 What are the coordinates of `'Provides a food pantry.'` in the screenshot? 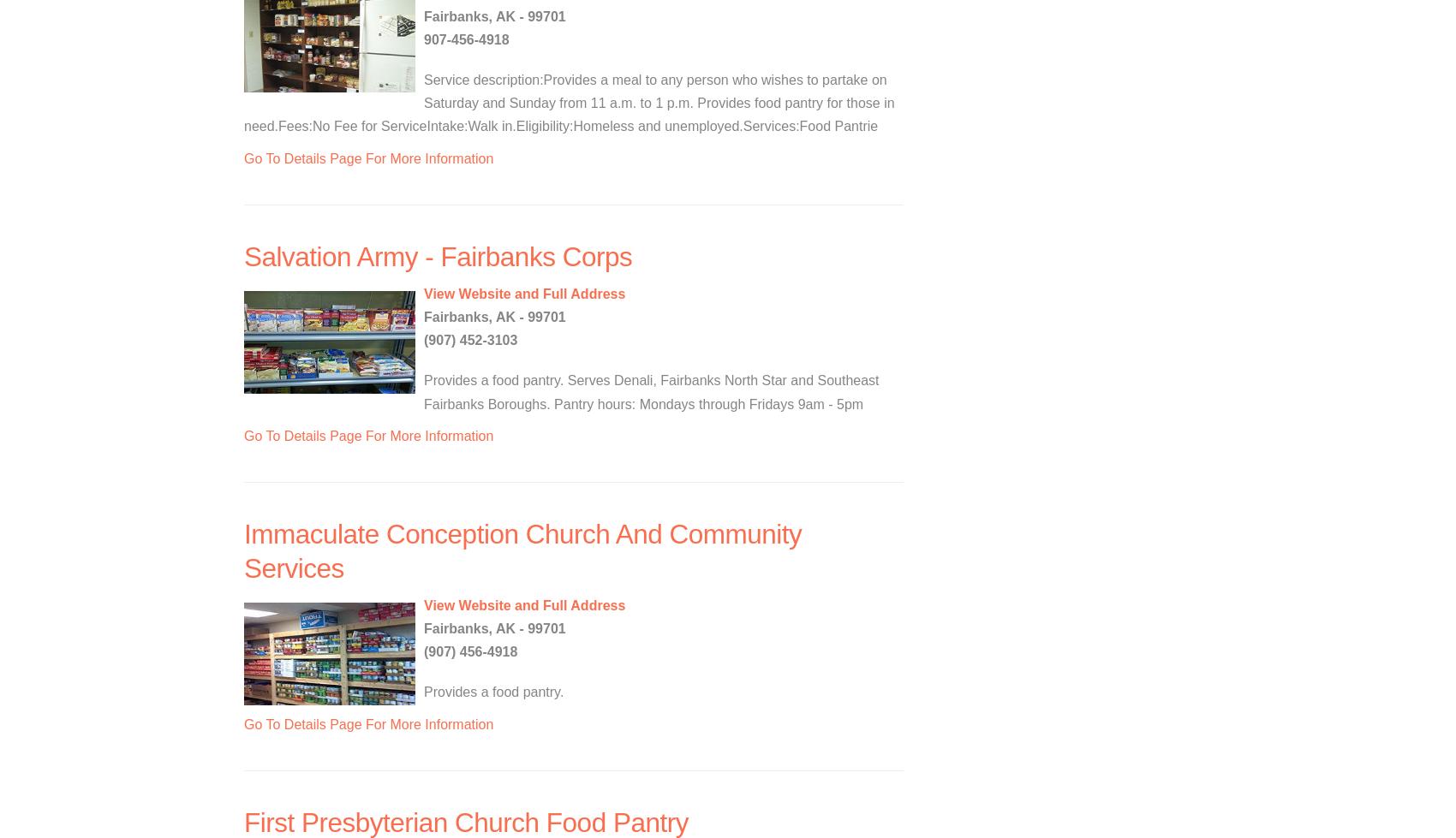 It's located at (424, 691).